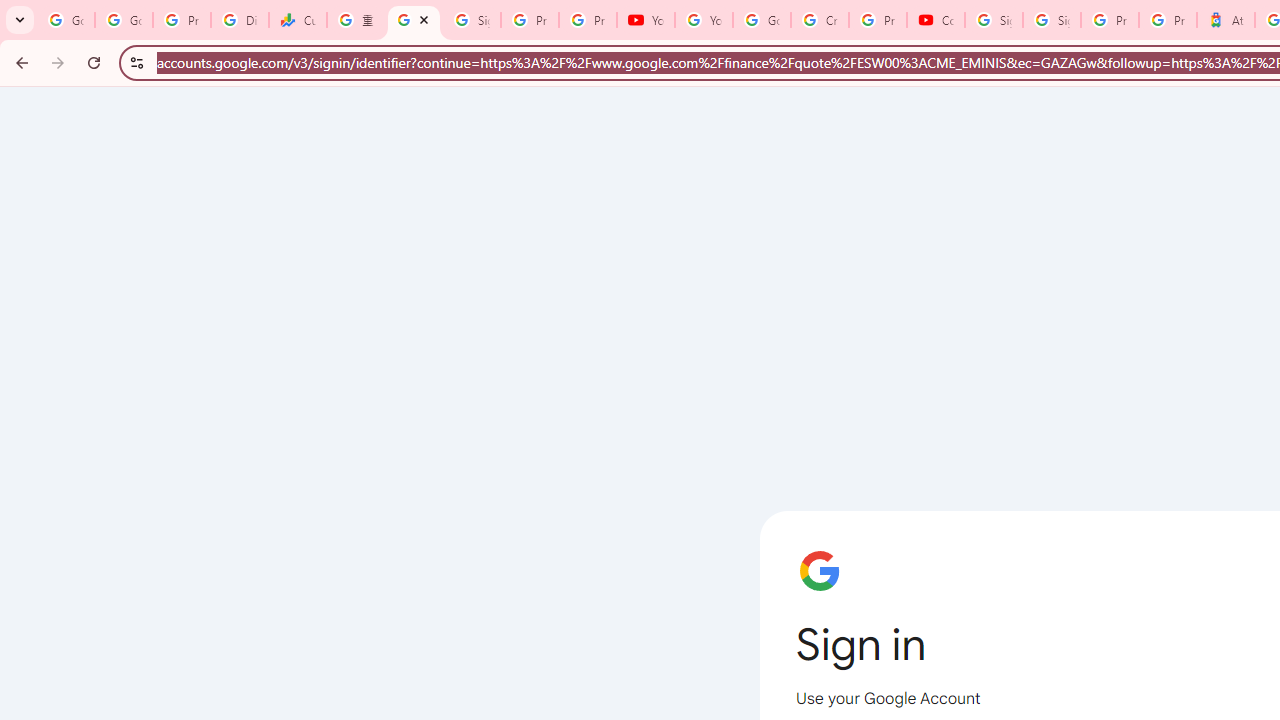  I want to click on 'Google Account Help', so click(761, 20).